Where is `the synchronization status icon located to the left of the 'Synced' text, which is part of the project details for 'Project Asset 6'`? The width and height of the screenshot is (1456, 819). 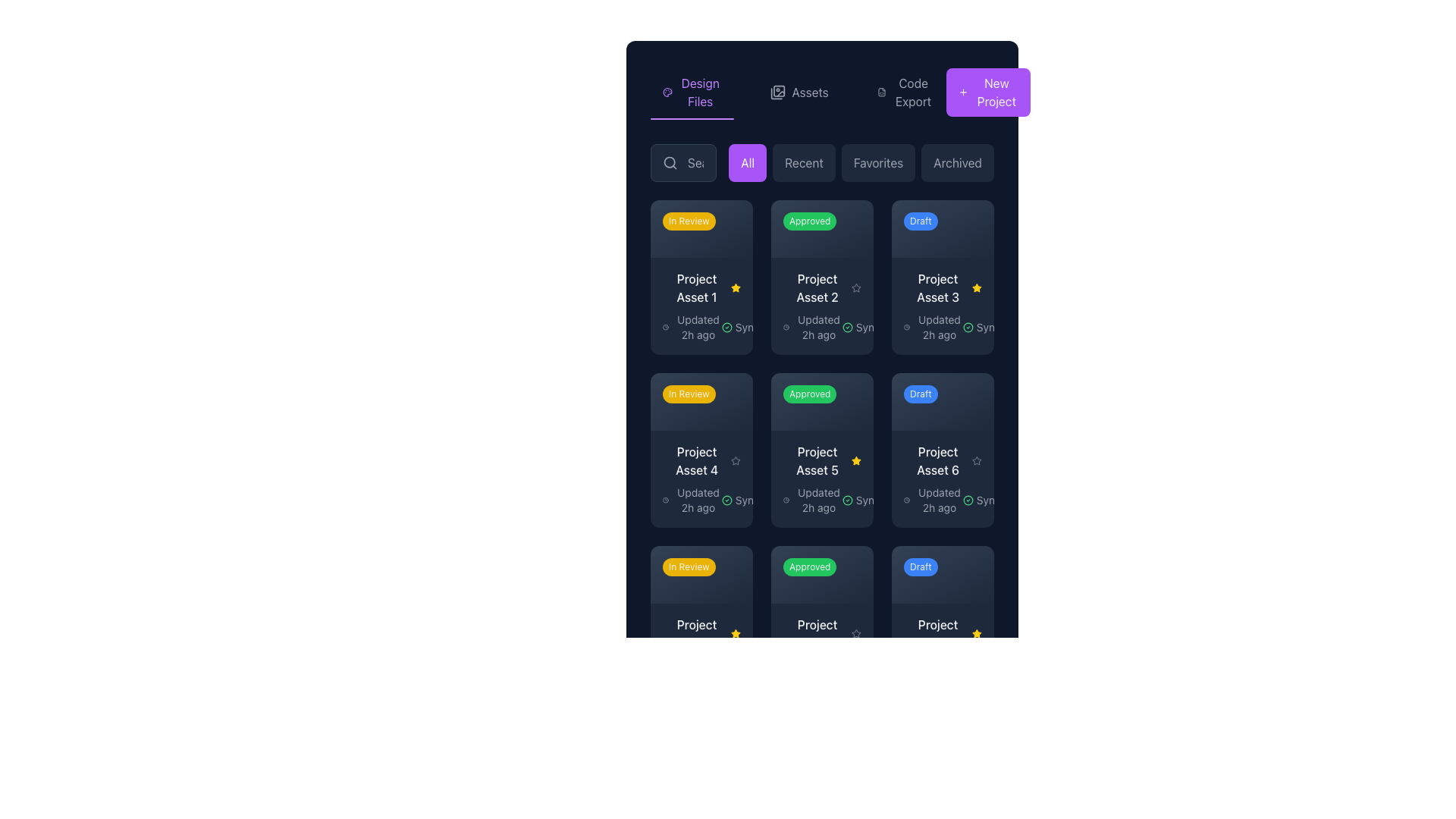 the synchronization status icon located to the left of the 'Synced' text, which is part of the project details for 'Project Asset 6' is located at coordinates (967, 500).